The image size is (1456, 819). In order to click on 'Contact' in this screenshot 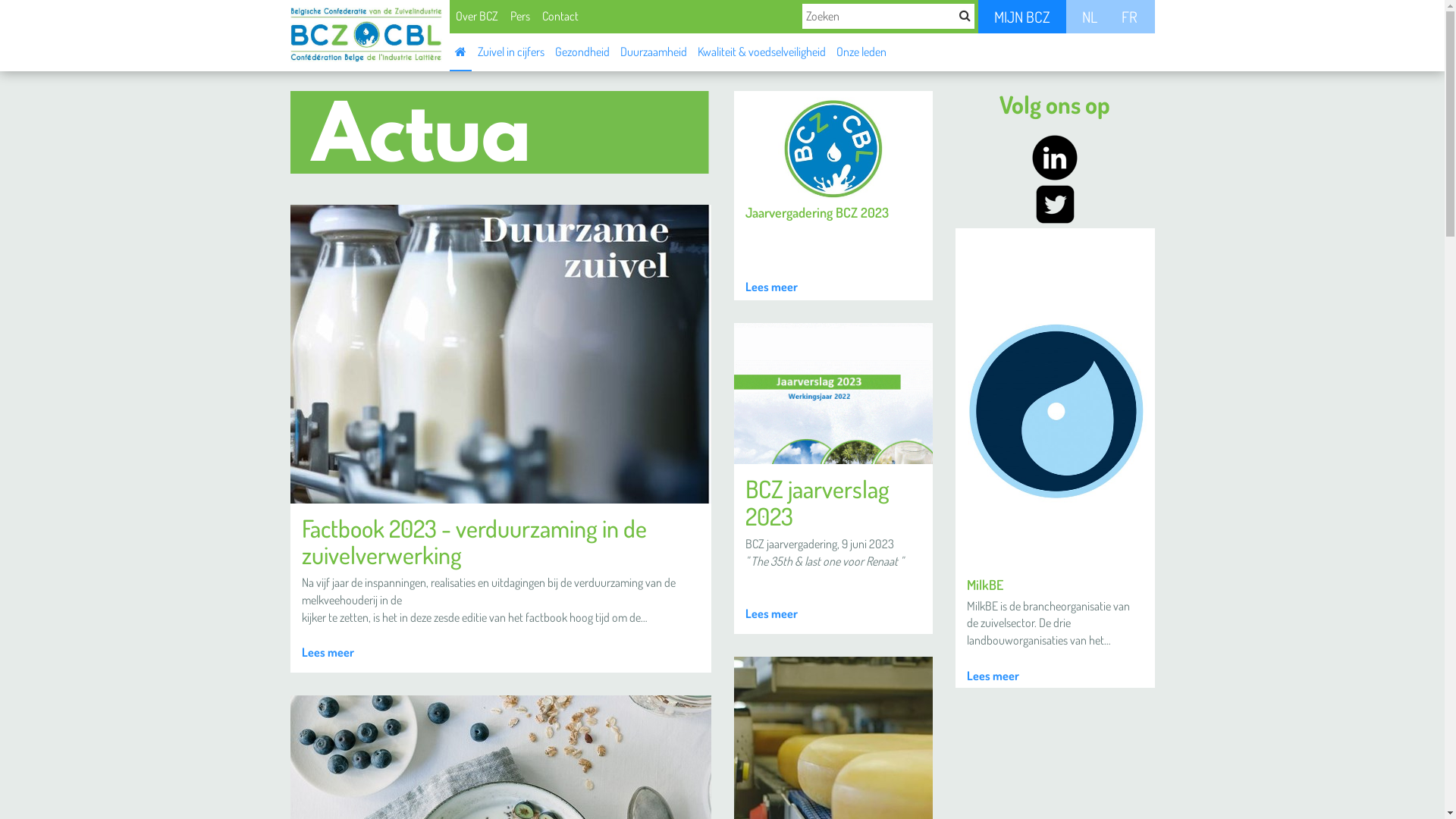, I will do `click(559, 15)`.